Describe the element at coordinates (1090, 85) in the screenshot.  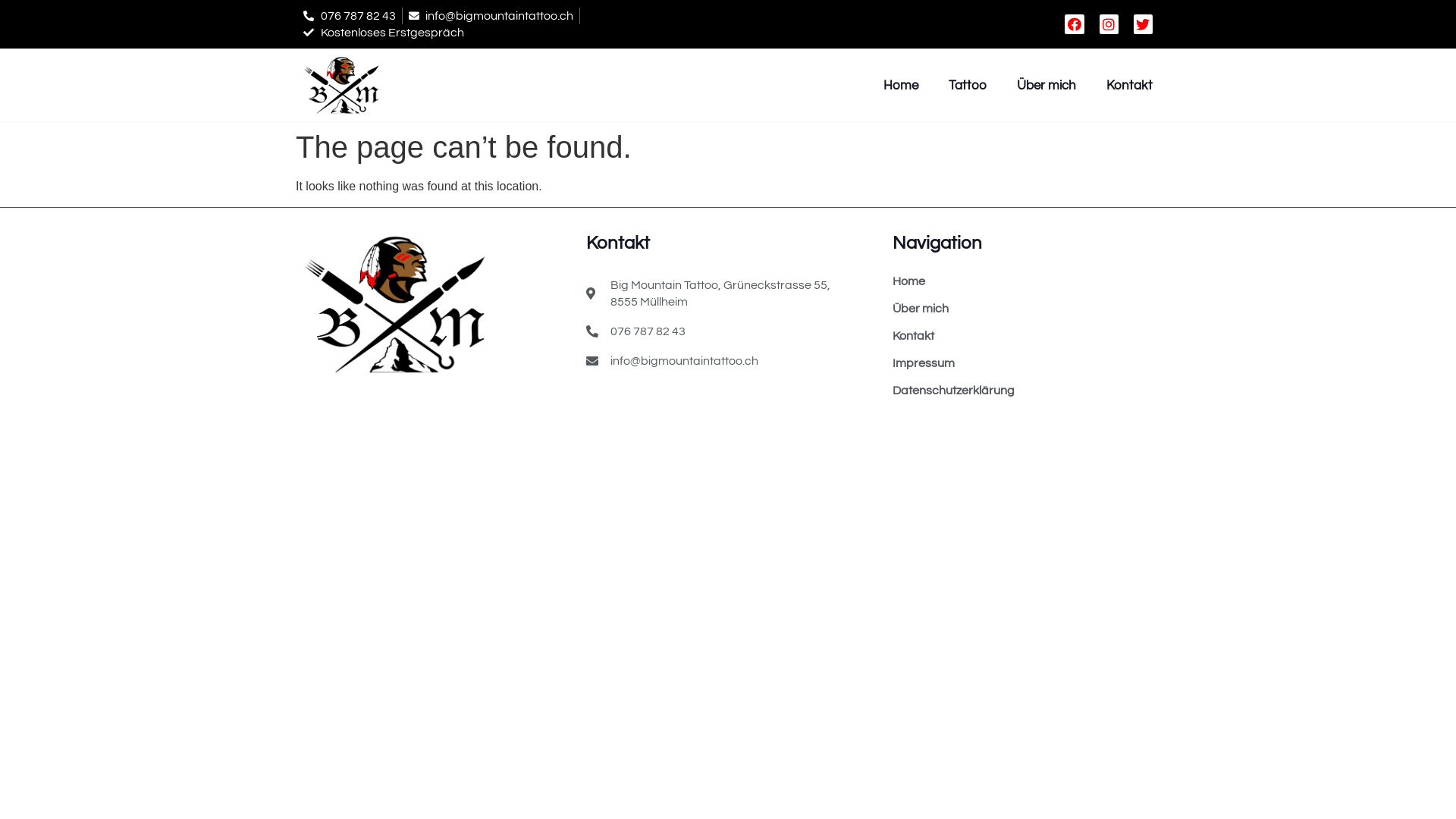
I see `'Kontakt'` at that location.